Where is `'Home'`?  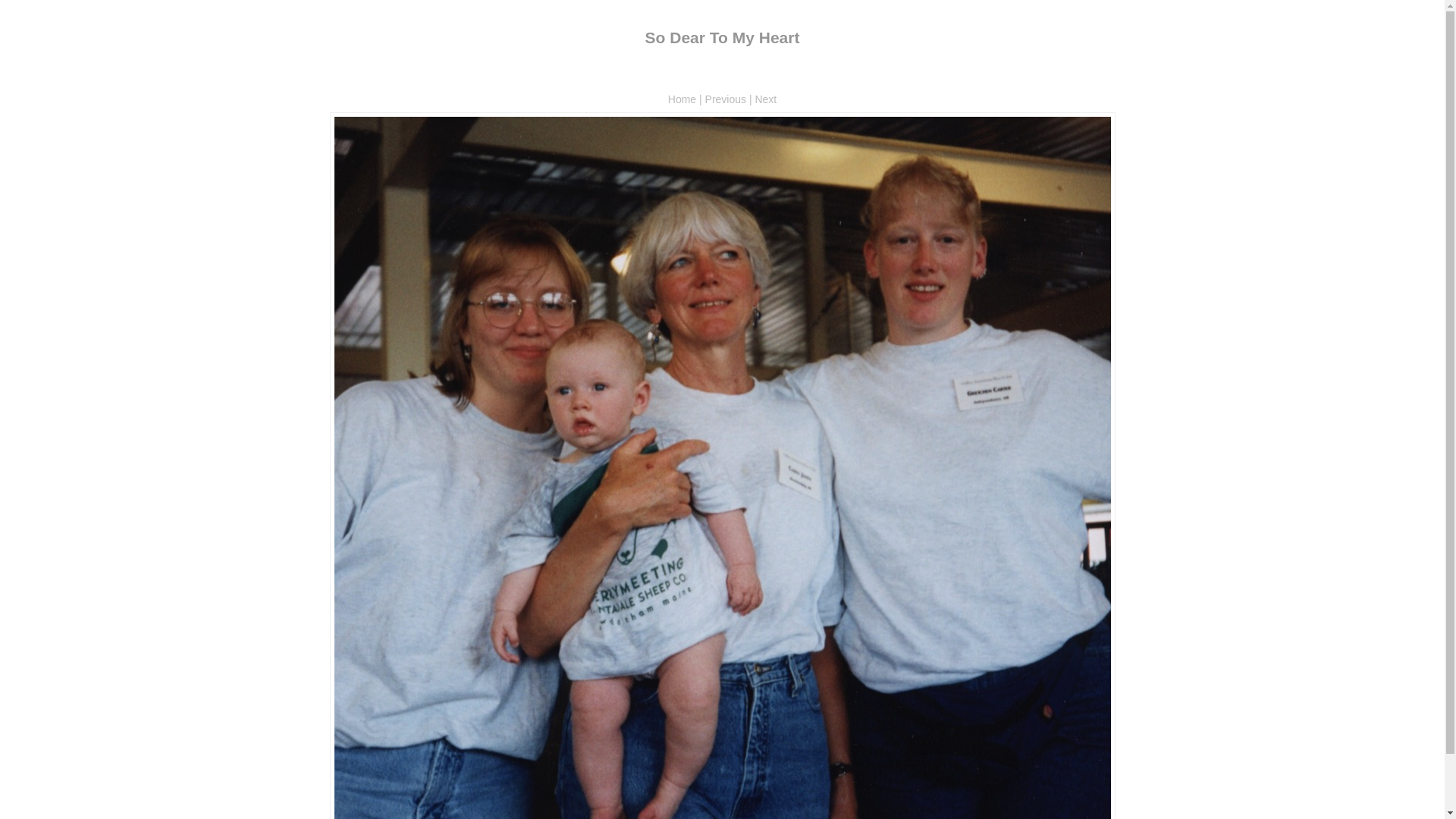
'Home' is located at coordinates (681, 99).